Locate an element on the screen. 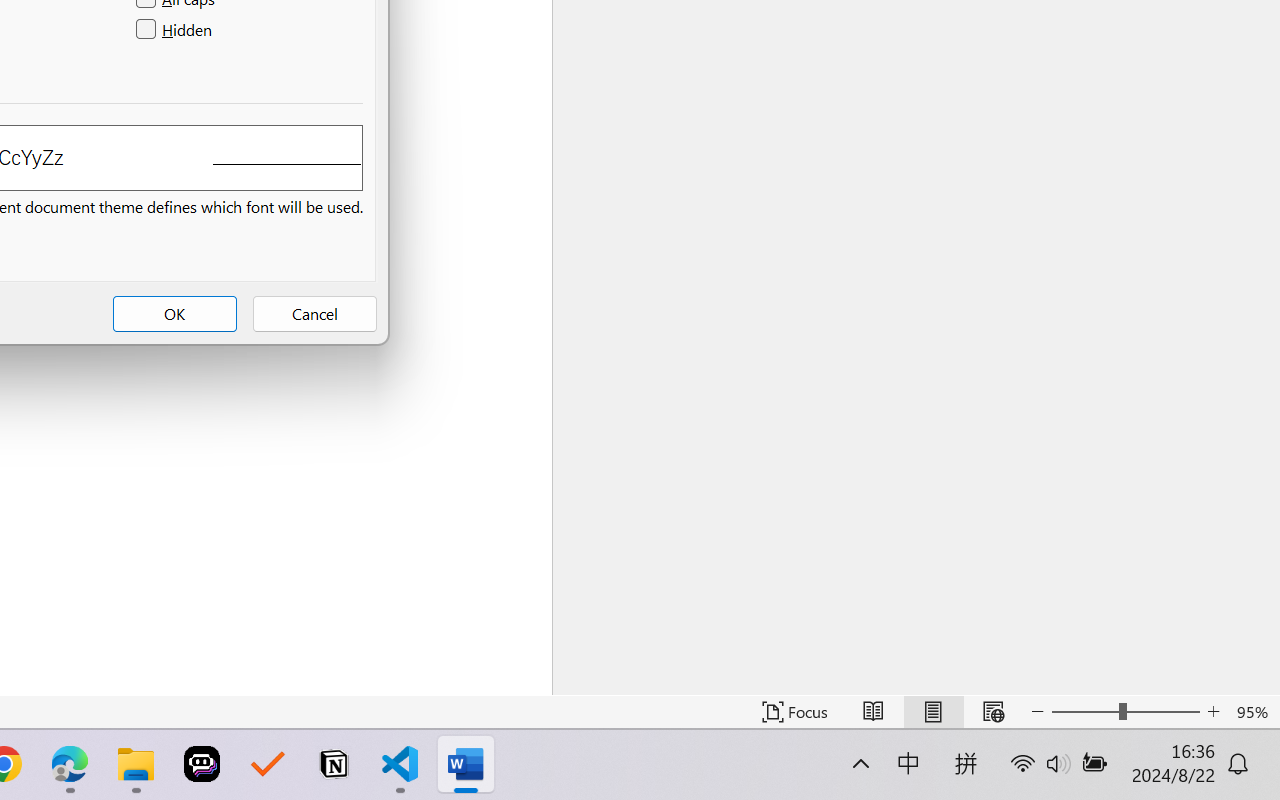  'Hidden' is located at coordinates (176, 30).